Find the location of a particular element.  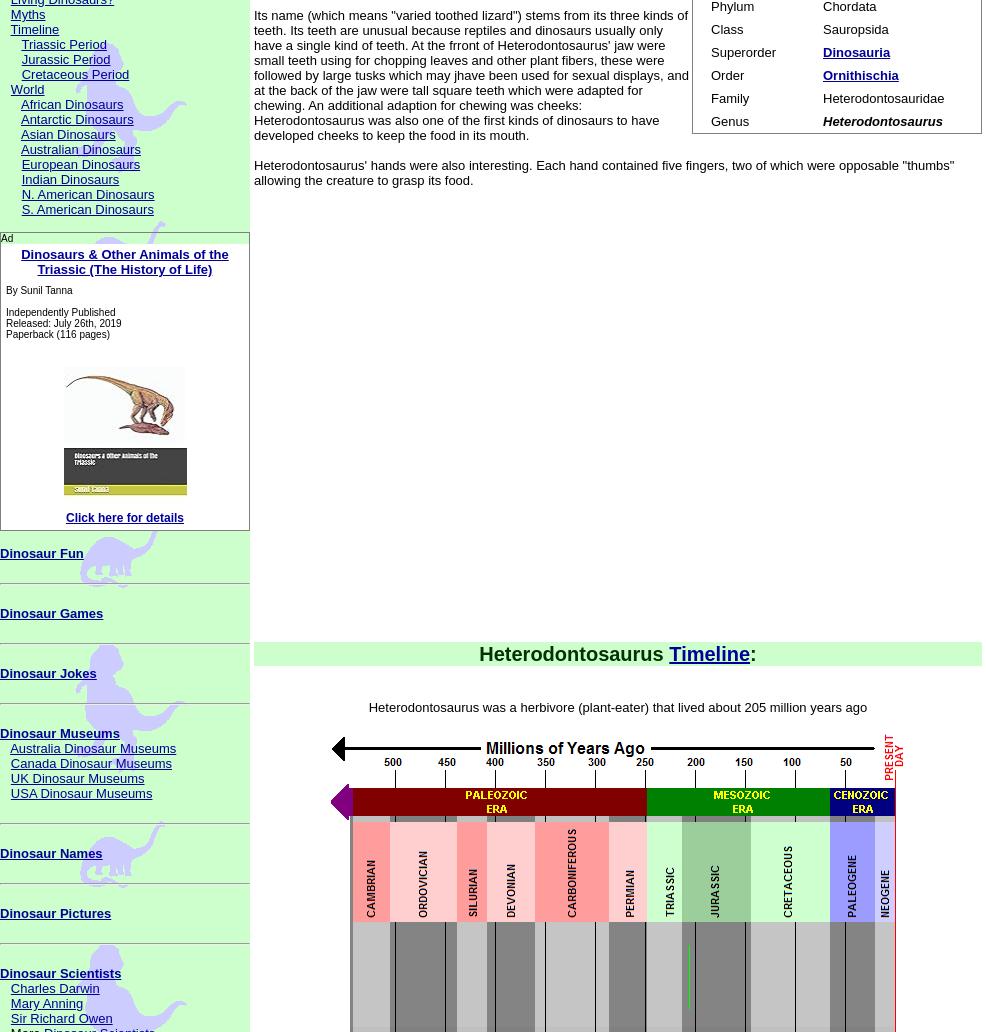

'World' is located at coordinates (8, 89).